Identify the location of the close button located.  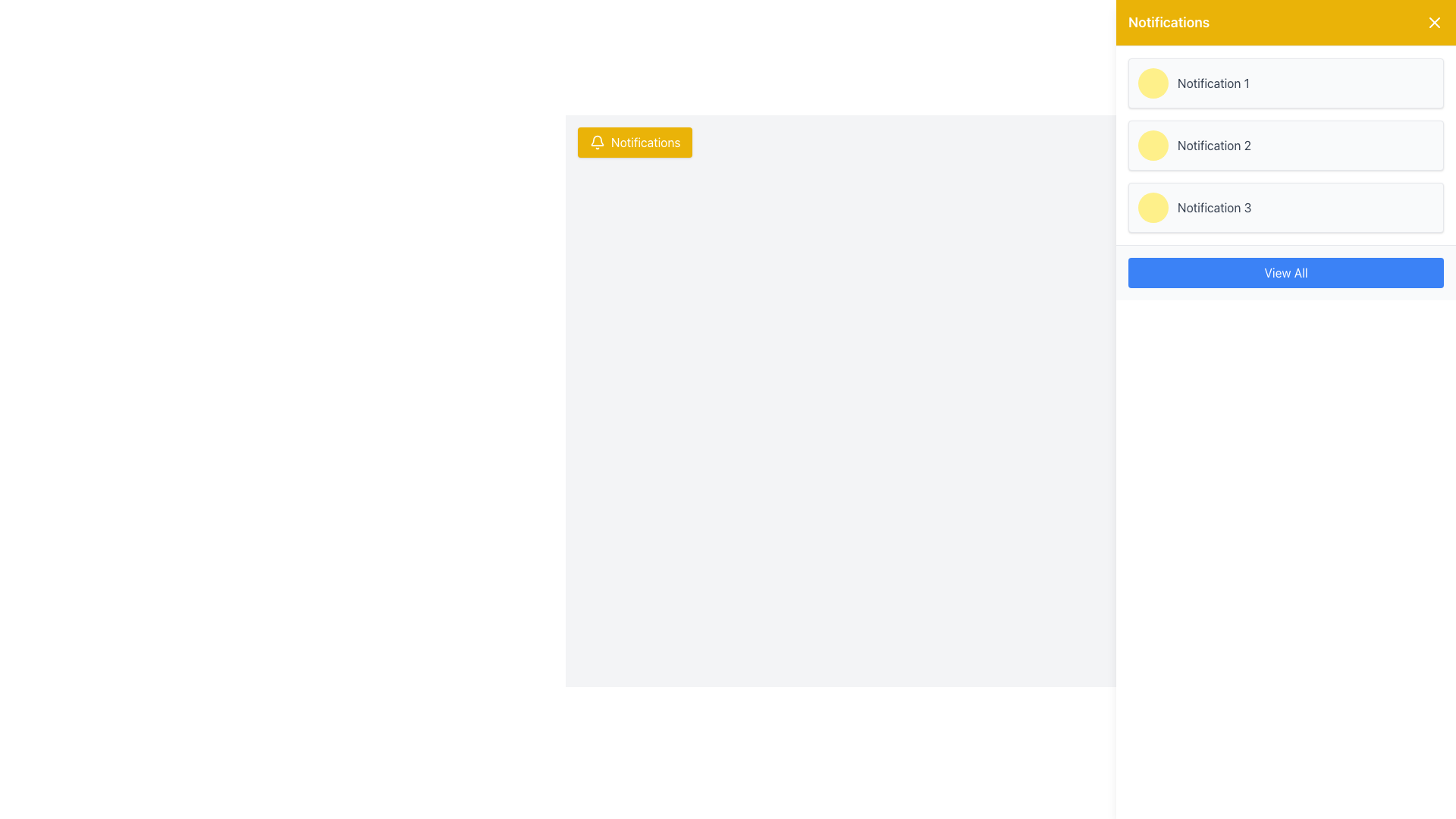
(1433, 23).